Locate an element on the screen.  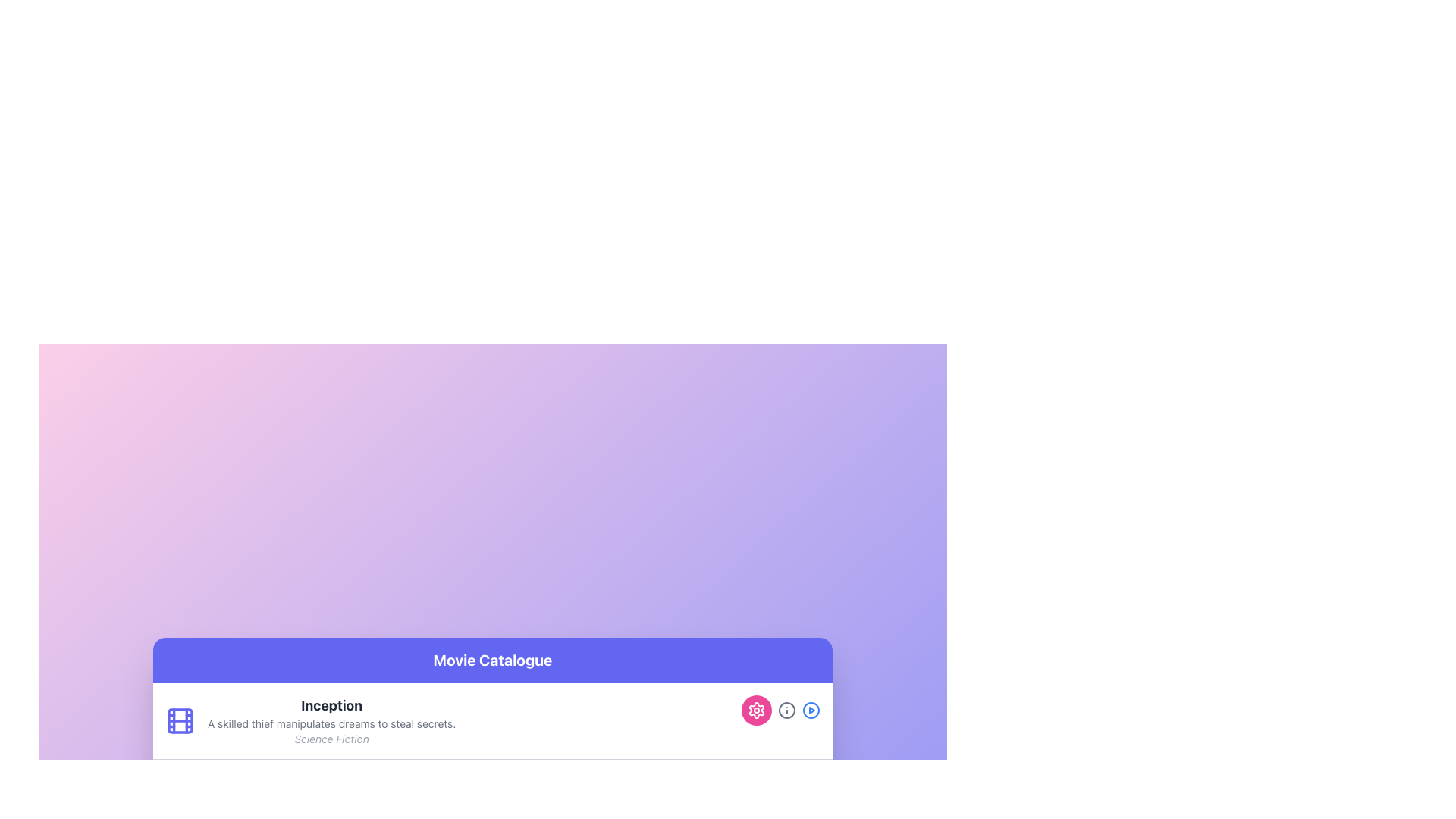
the film reel icon styled in indigo color, which is positioned to the left of the text block starting with the movie title 'Inception' is located at coordinates (180, 720).